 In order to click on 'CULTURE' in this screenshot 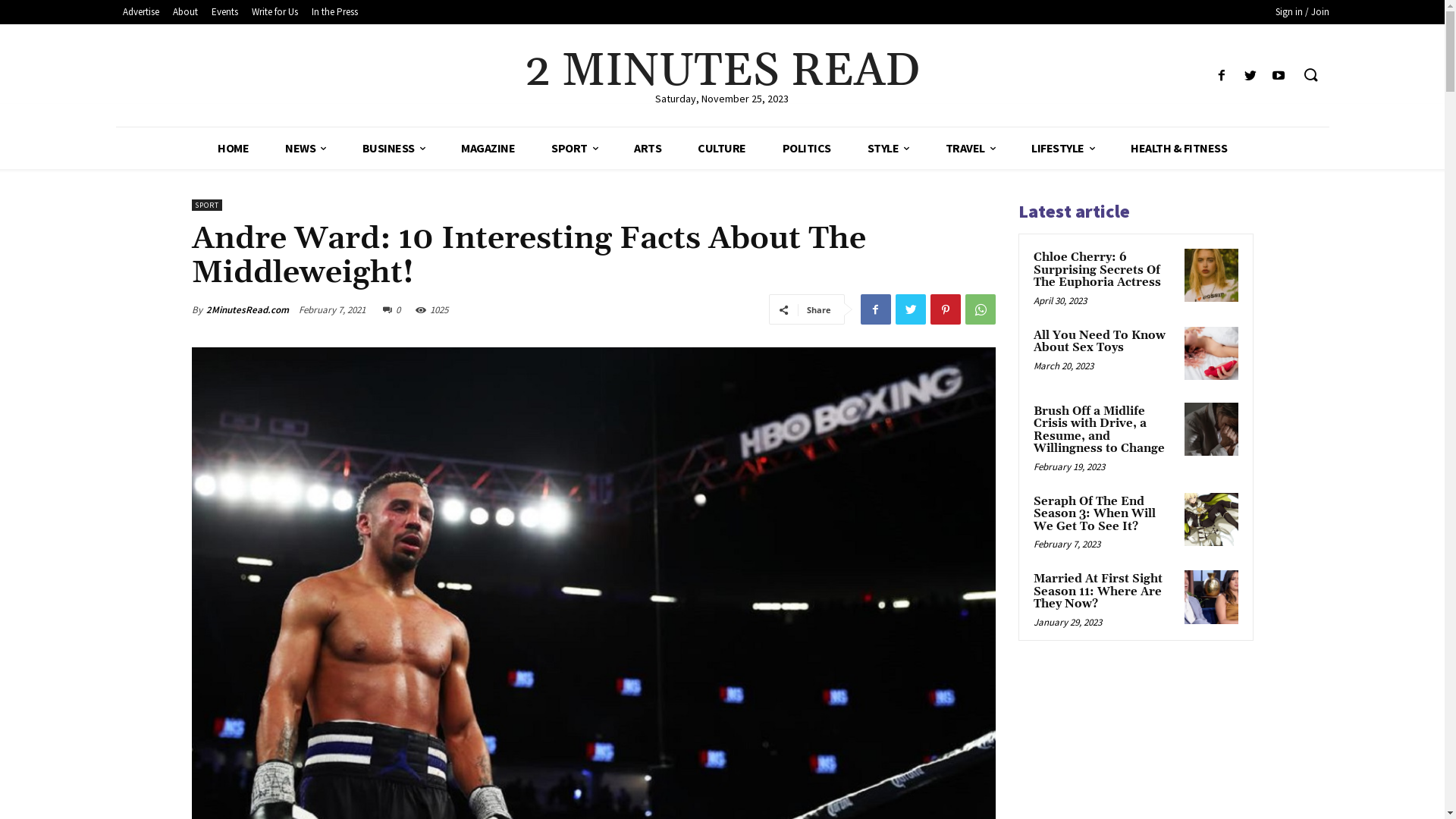, I will do `click(720, 148)`.